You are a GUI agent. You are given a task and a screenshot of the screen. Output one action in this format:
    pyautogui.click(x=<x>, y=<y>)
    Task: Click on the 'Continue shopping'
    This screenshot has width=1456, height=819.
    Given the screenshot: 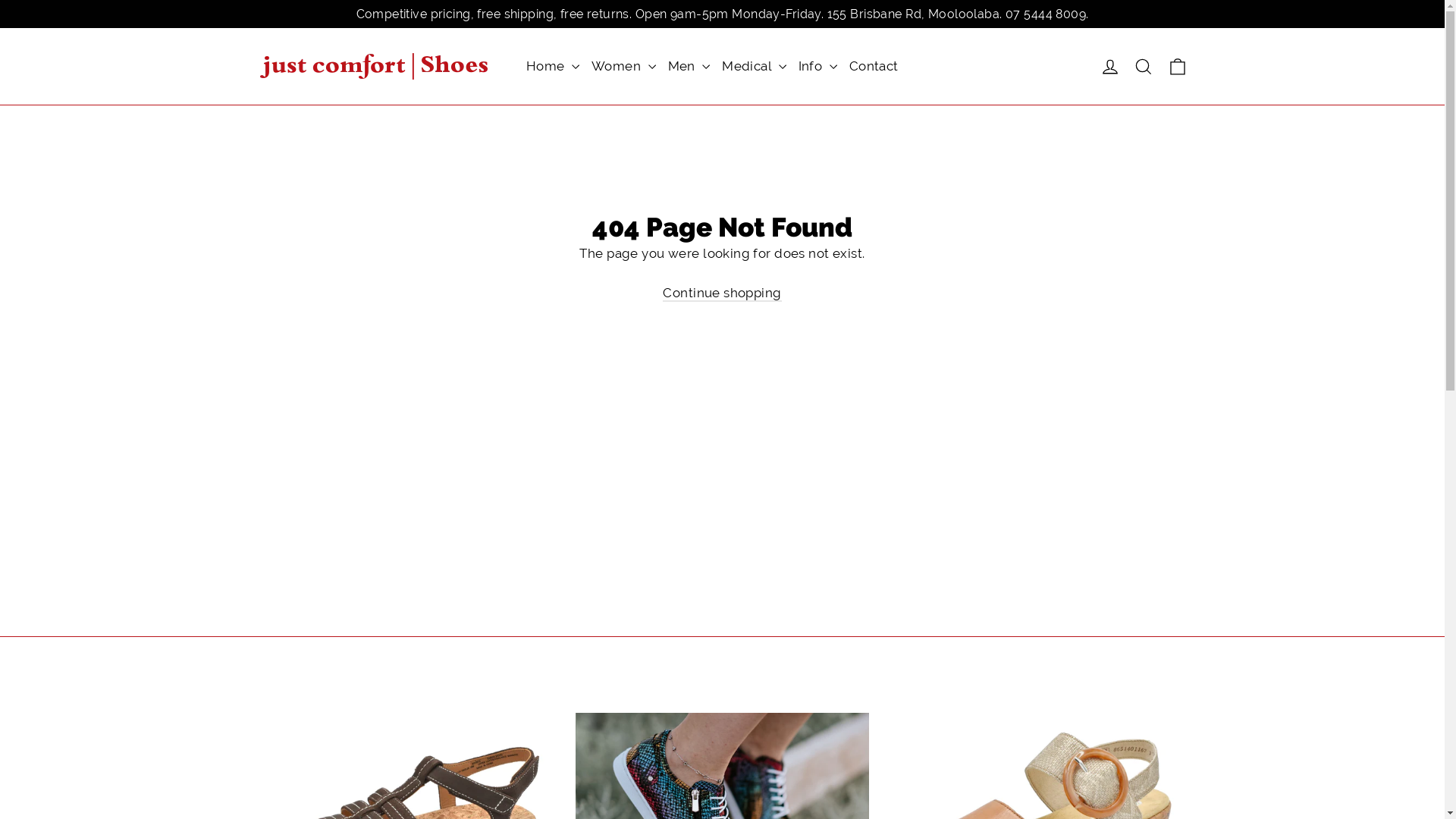 What is the action you would take?
    pyautogui.click(x=720, y=293)
    